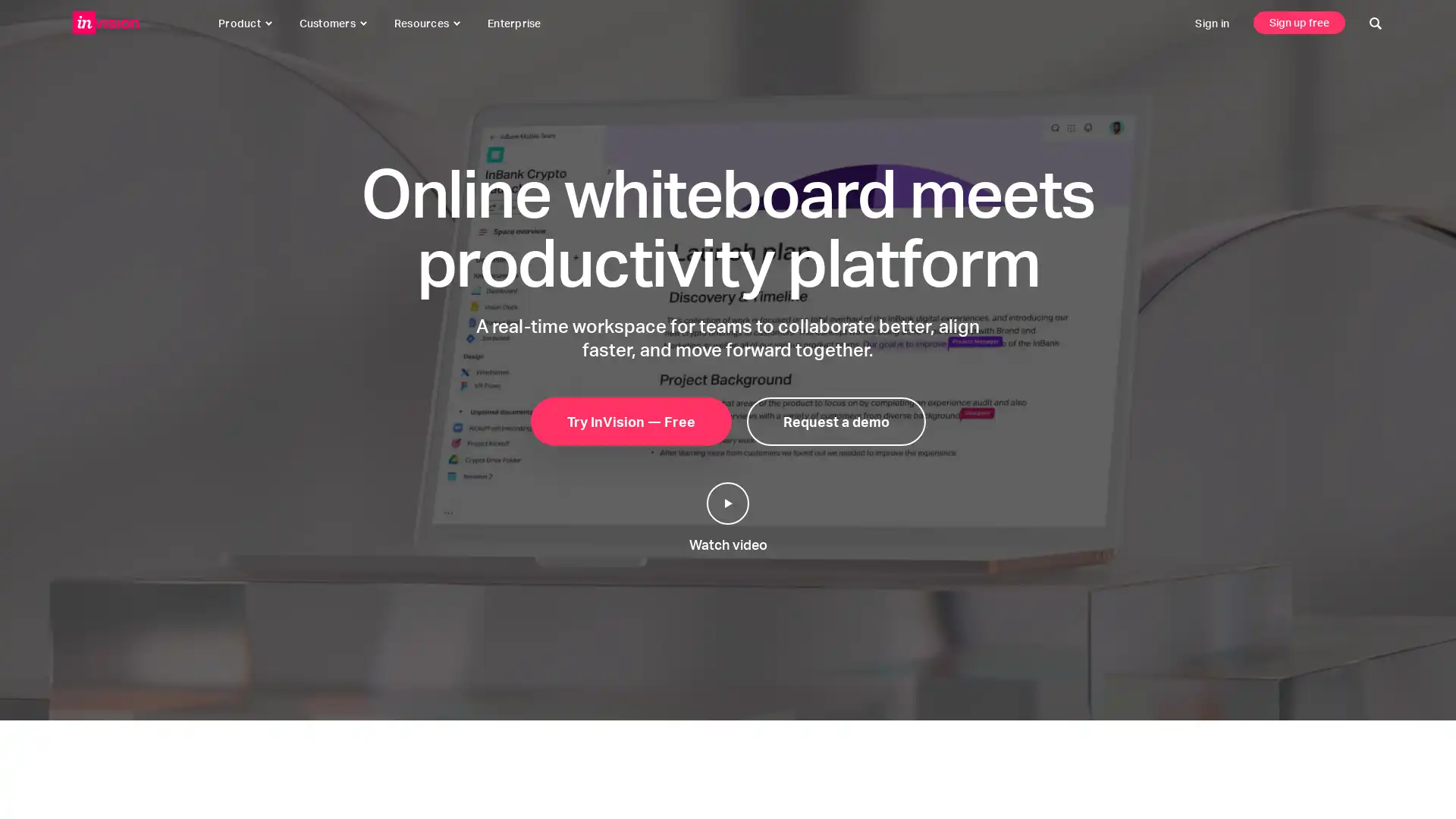 Image resolution: width=1456 pixels, height=819 pixels. Describe the element at coordinates (728, 503) in the screenshot. I see `play` at that location.